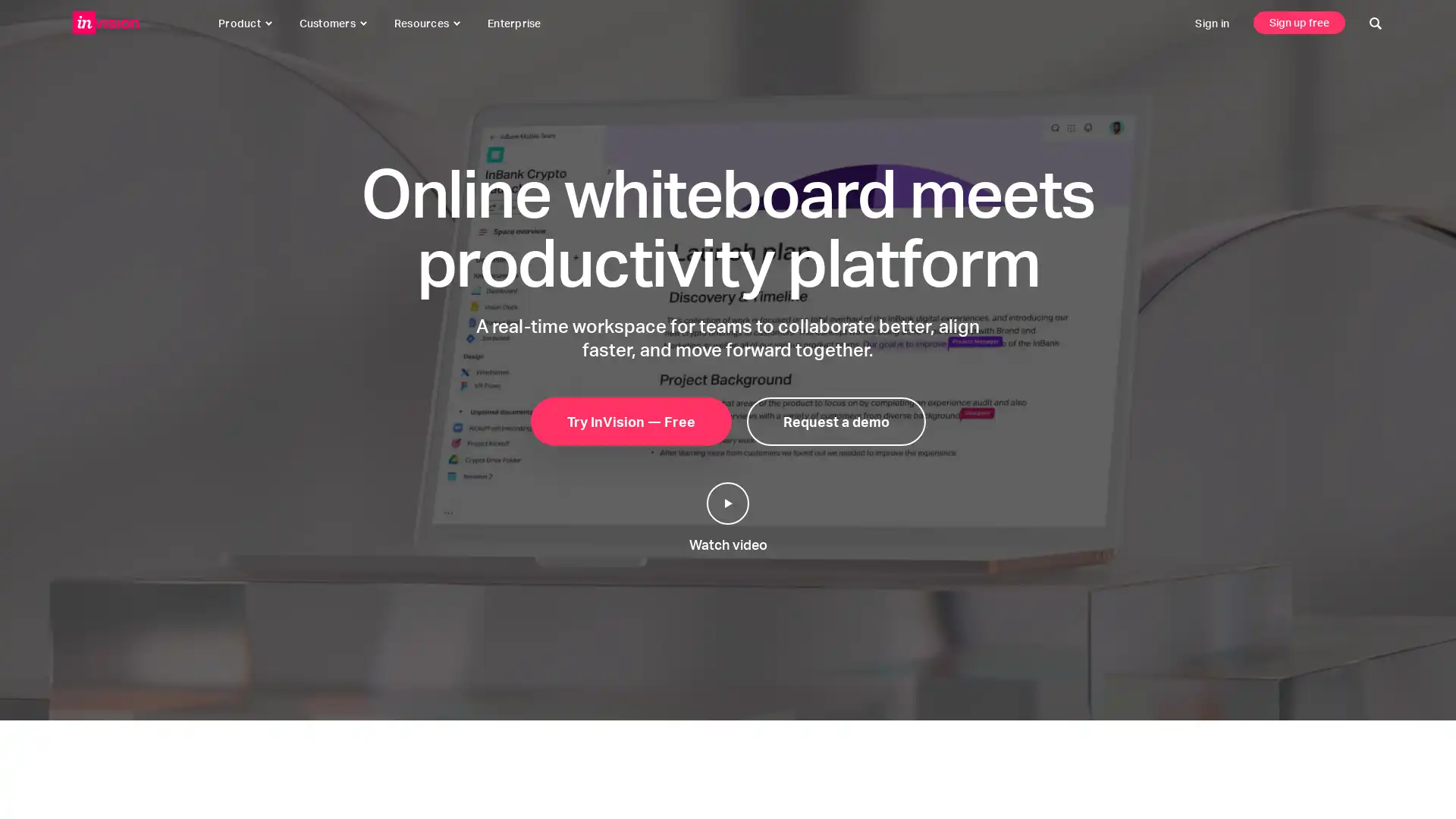 Image resolution: width=1456 pixels, height=819 pixels. Describe the element at coordinates (728, 503) in the screenshot. I see `play` at that location.